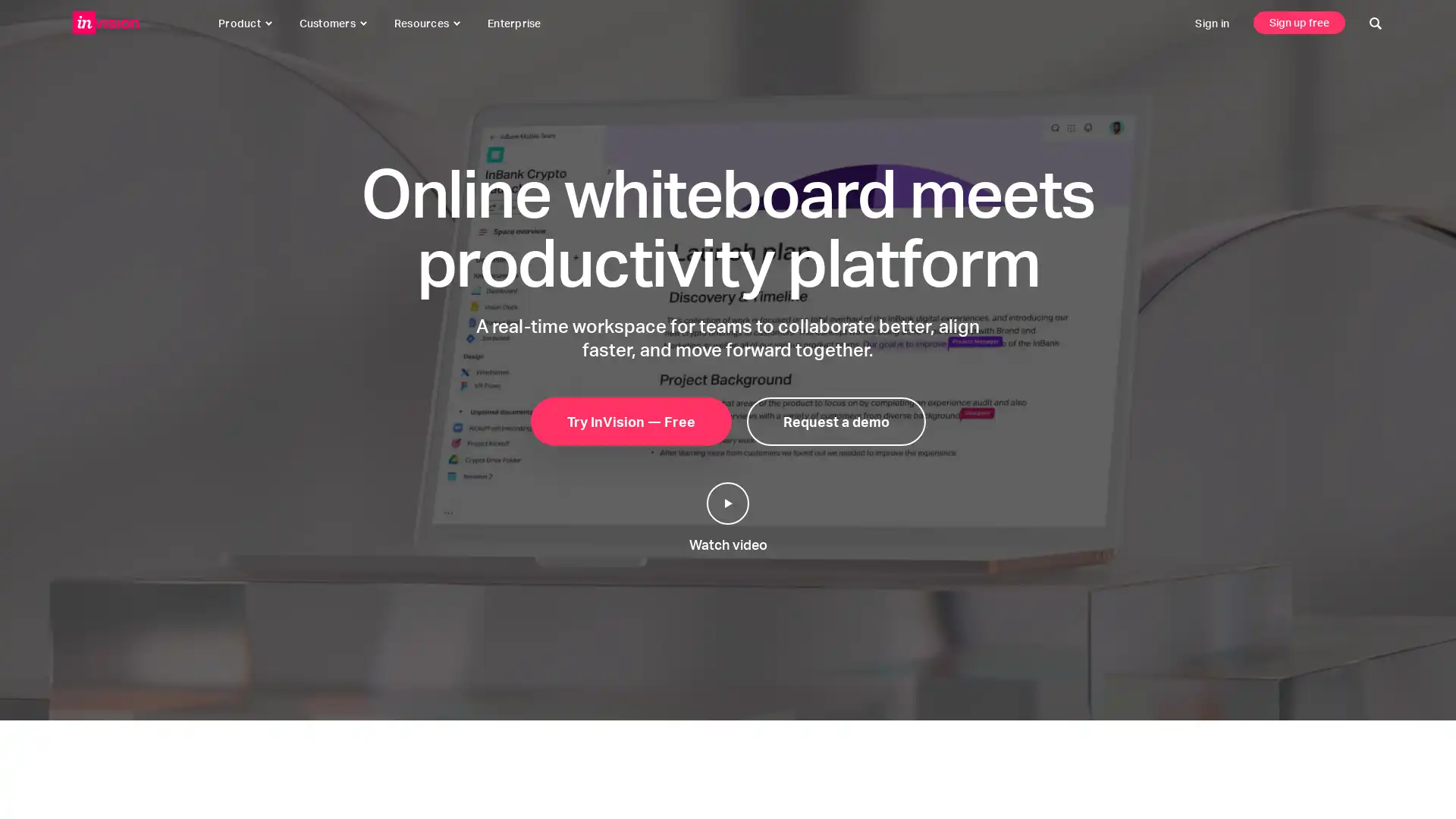 Image resolution: width=1456 pixels, height=819 pixels. Describe the element at coordinates (728, 503) in the screenshot. I see `play` at that location.